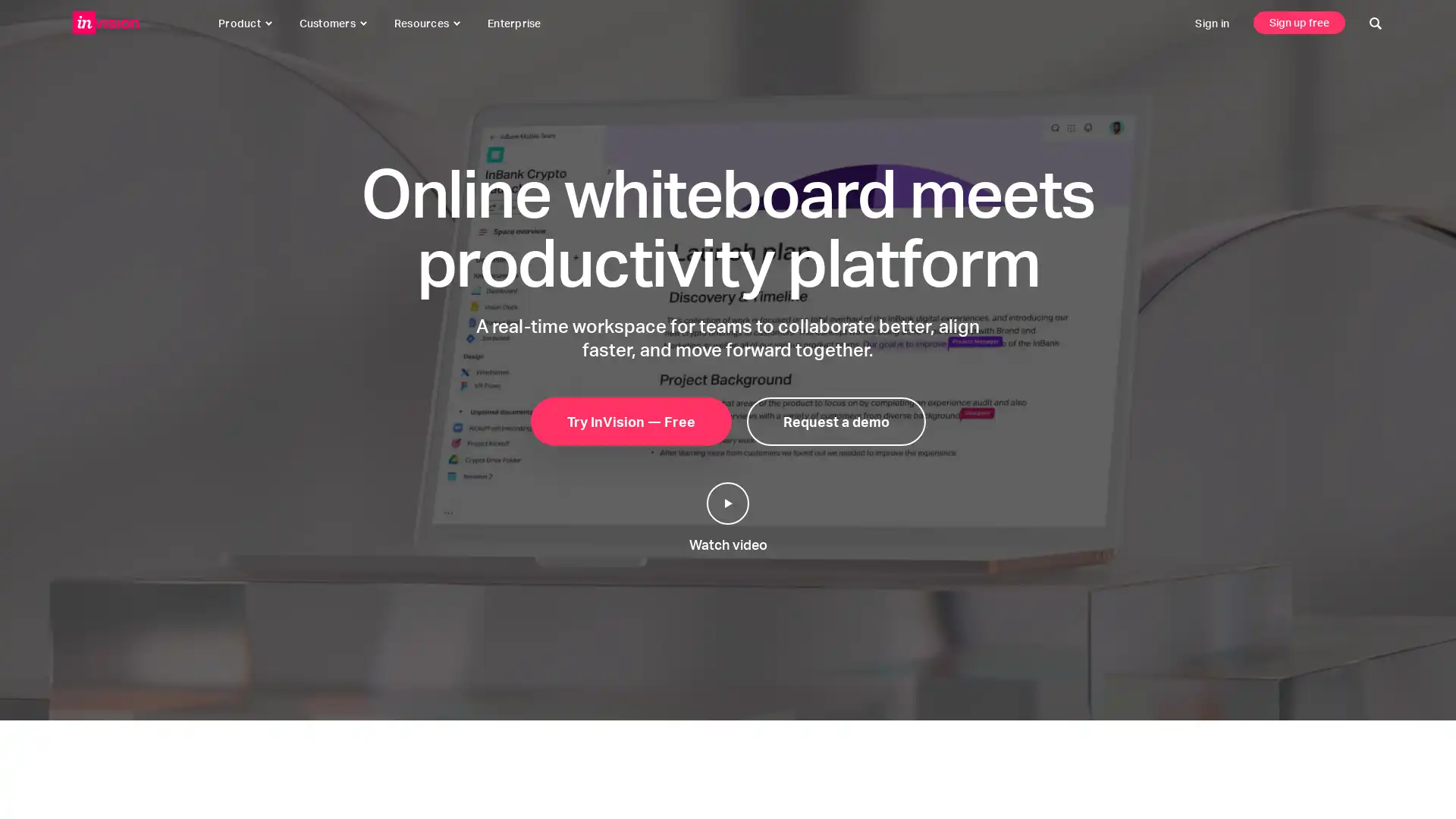 Image resolution: width=1456 pixels, height=819 pixels. Describe the element at coordinates (728, 503) in the screenshot. I see `play` at that location.